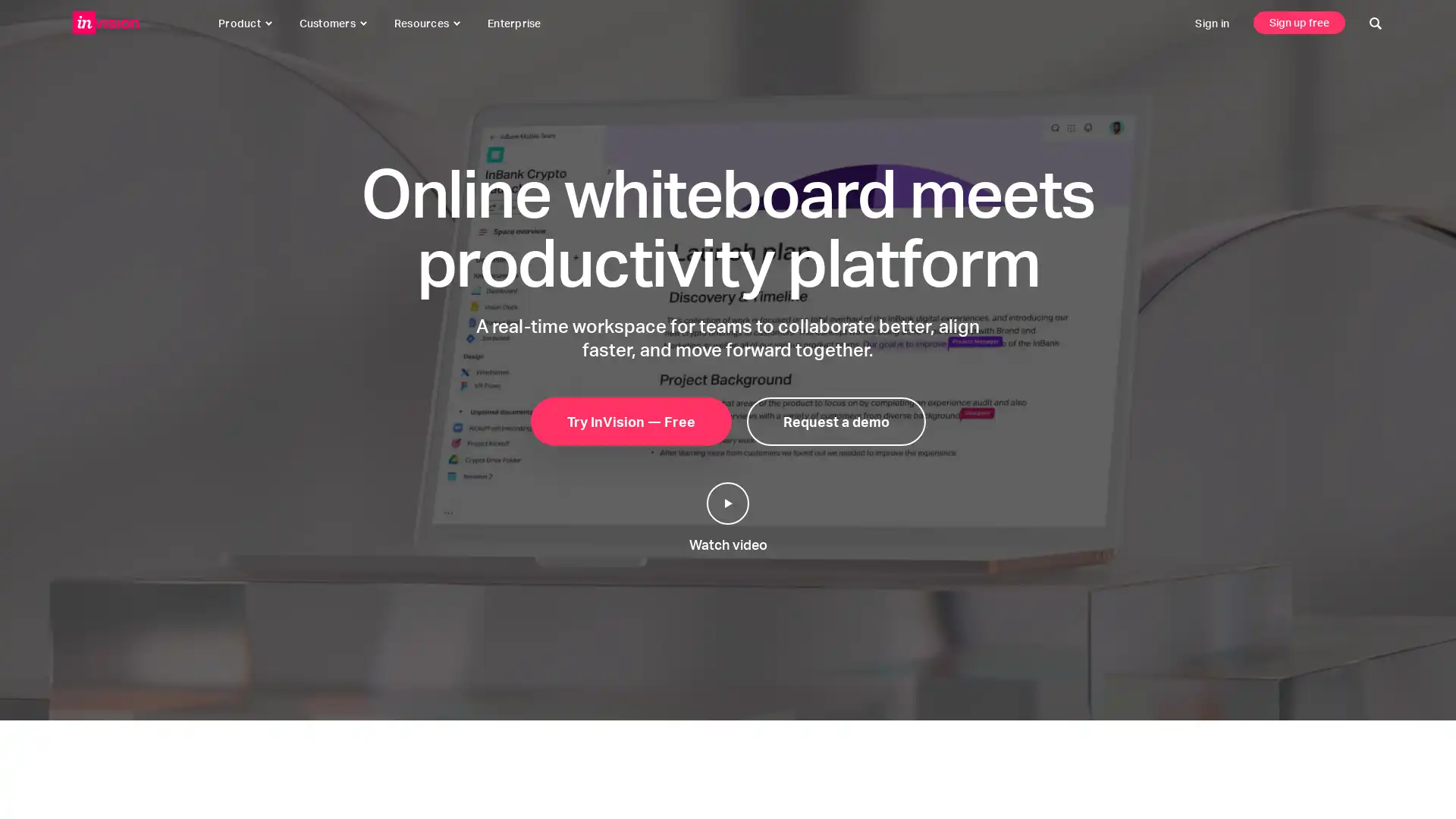 Image resolution: width=1456 pixels, height=819 pixels. Describe the element at coordinates (728, 503) in the screenshot. I see `play` at that location.